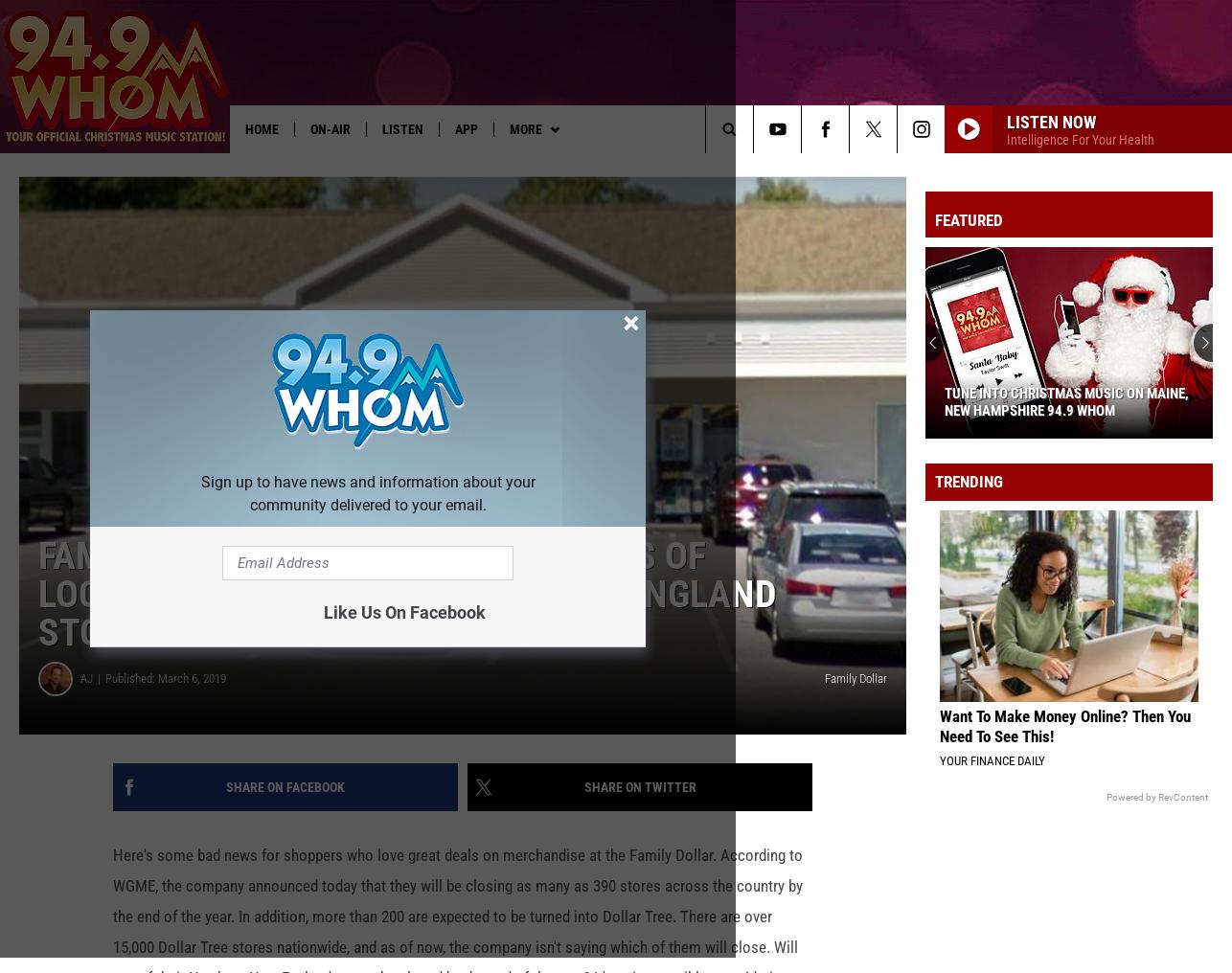  I want to click on '$500 Target Gift Card', so click(935, 167).